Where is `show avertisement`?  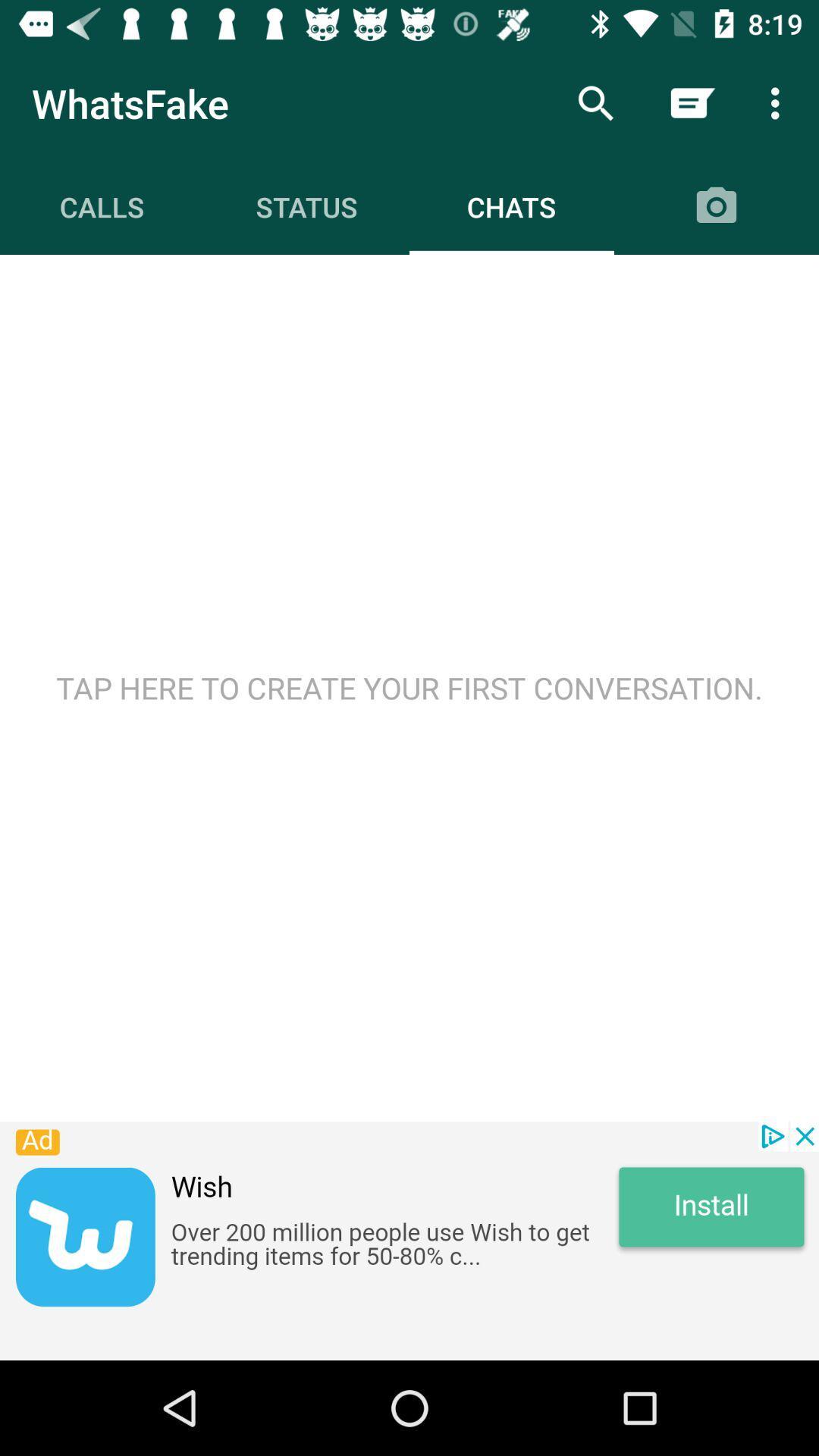 show avertisement is located at coordinates (409, 1241).